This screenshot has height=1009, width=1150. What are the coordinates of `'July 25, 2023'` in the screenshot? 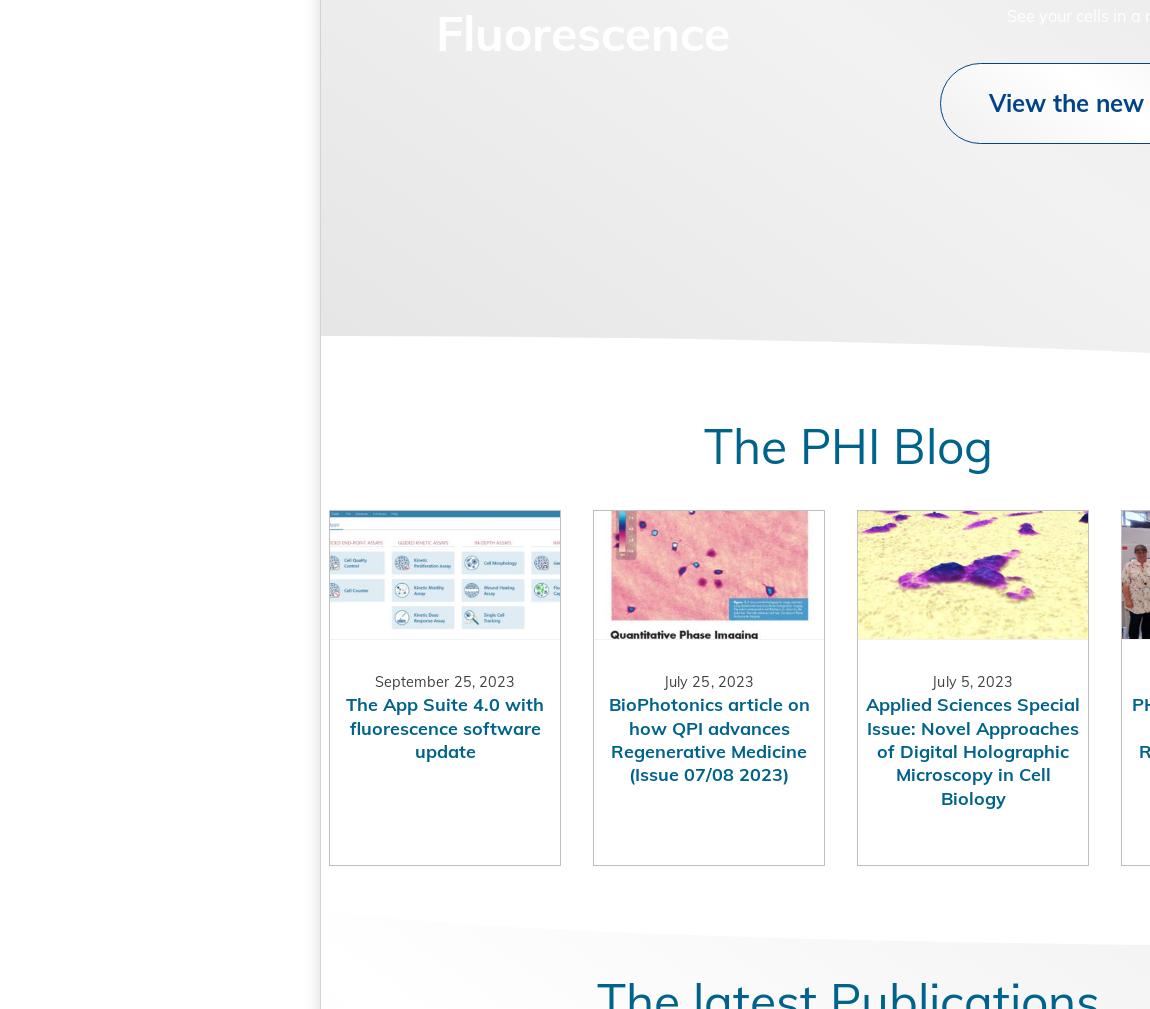 It's located at (628, 724).